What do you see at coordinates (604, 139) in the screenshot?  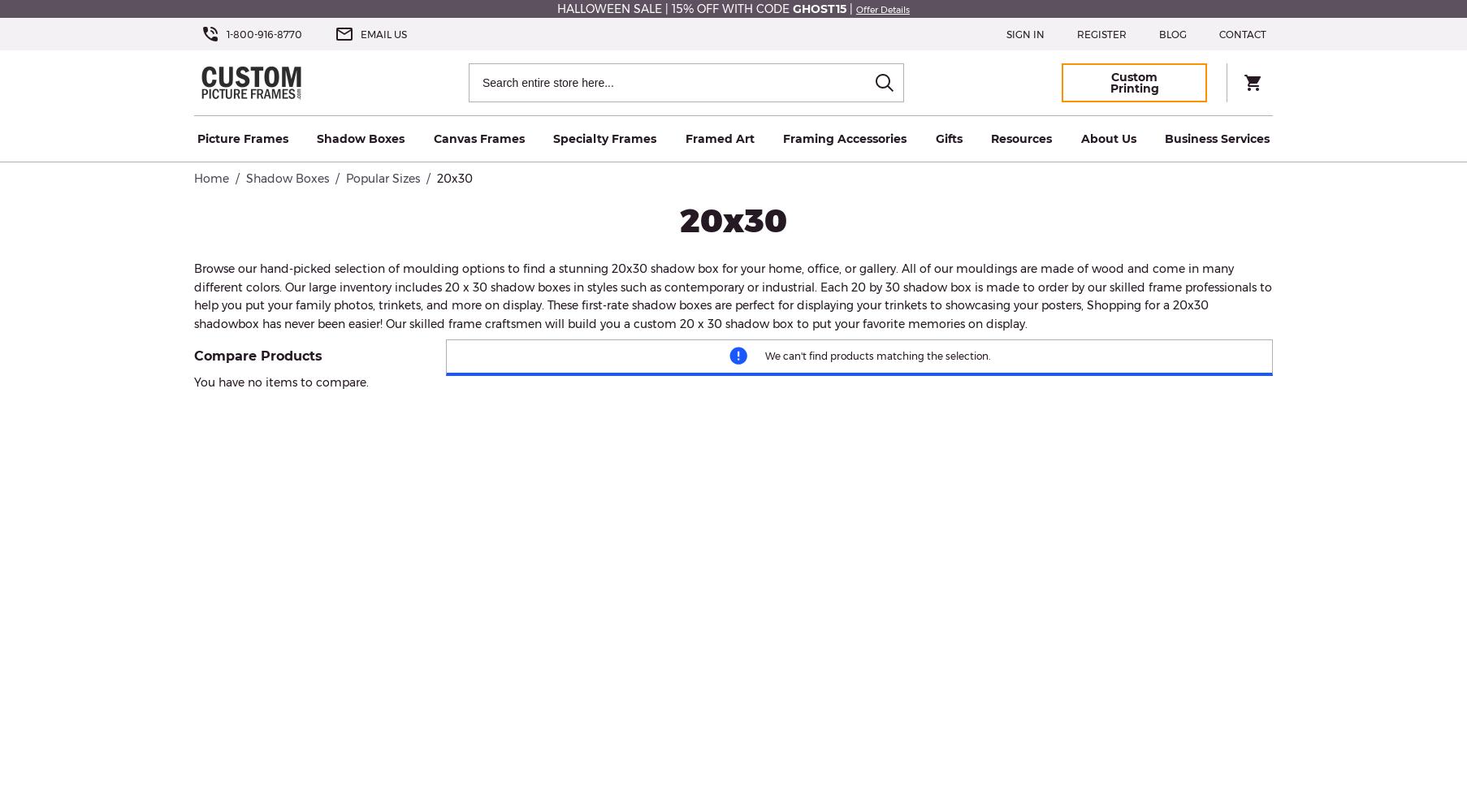 I see `'Specialty Frames'` at bounding box center [604, 139].